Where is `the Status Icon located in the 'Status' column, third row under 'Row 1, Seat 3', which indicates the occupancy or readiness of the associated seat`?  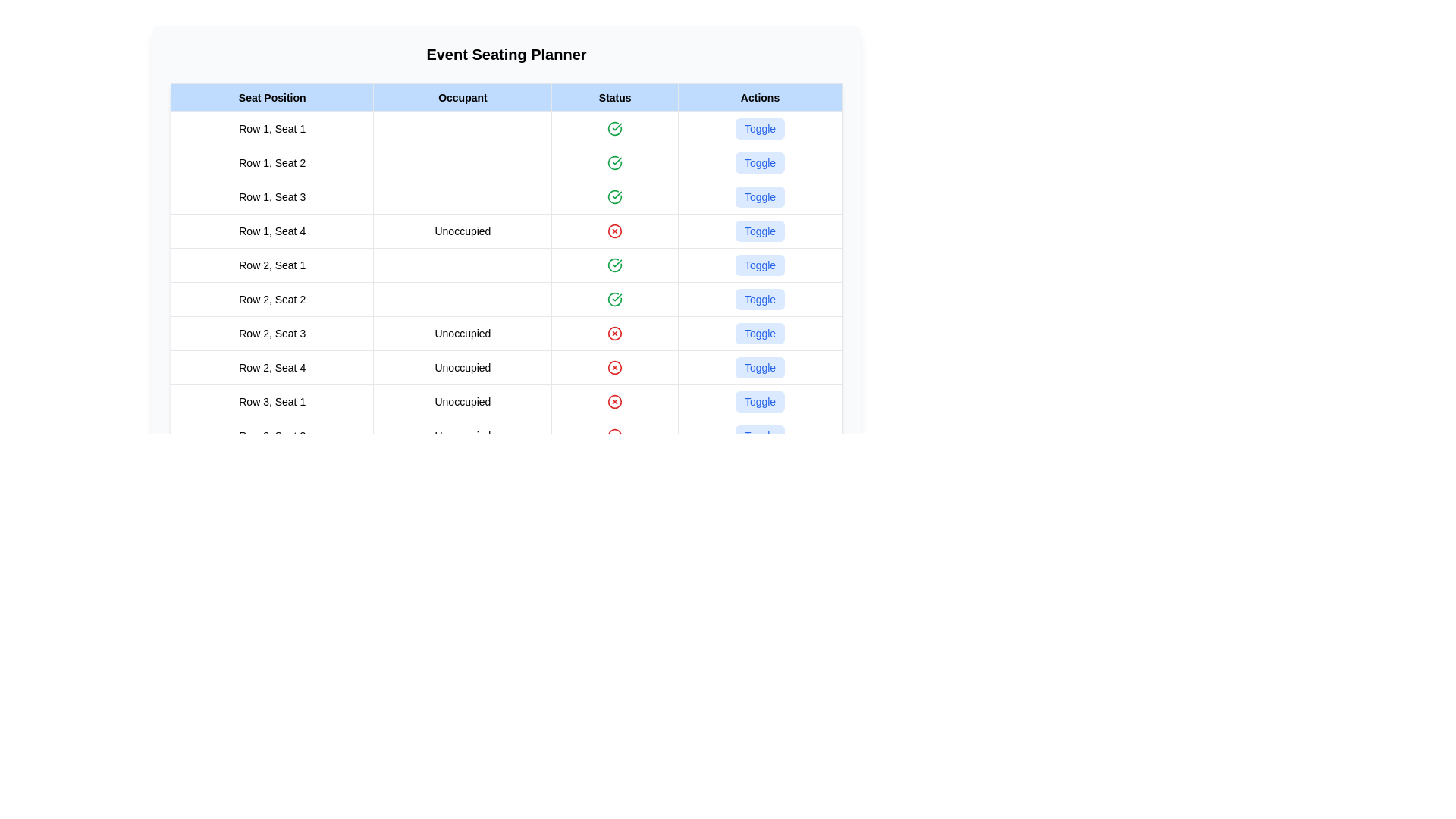 the Status Icon located in the 'Status' column, third row under 'Row 1, Seat 3', which indicates the occupancy or readiness of the associated seat is located at coordinates (615, 196).